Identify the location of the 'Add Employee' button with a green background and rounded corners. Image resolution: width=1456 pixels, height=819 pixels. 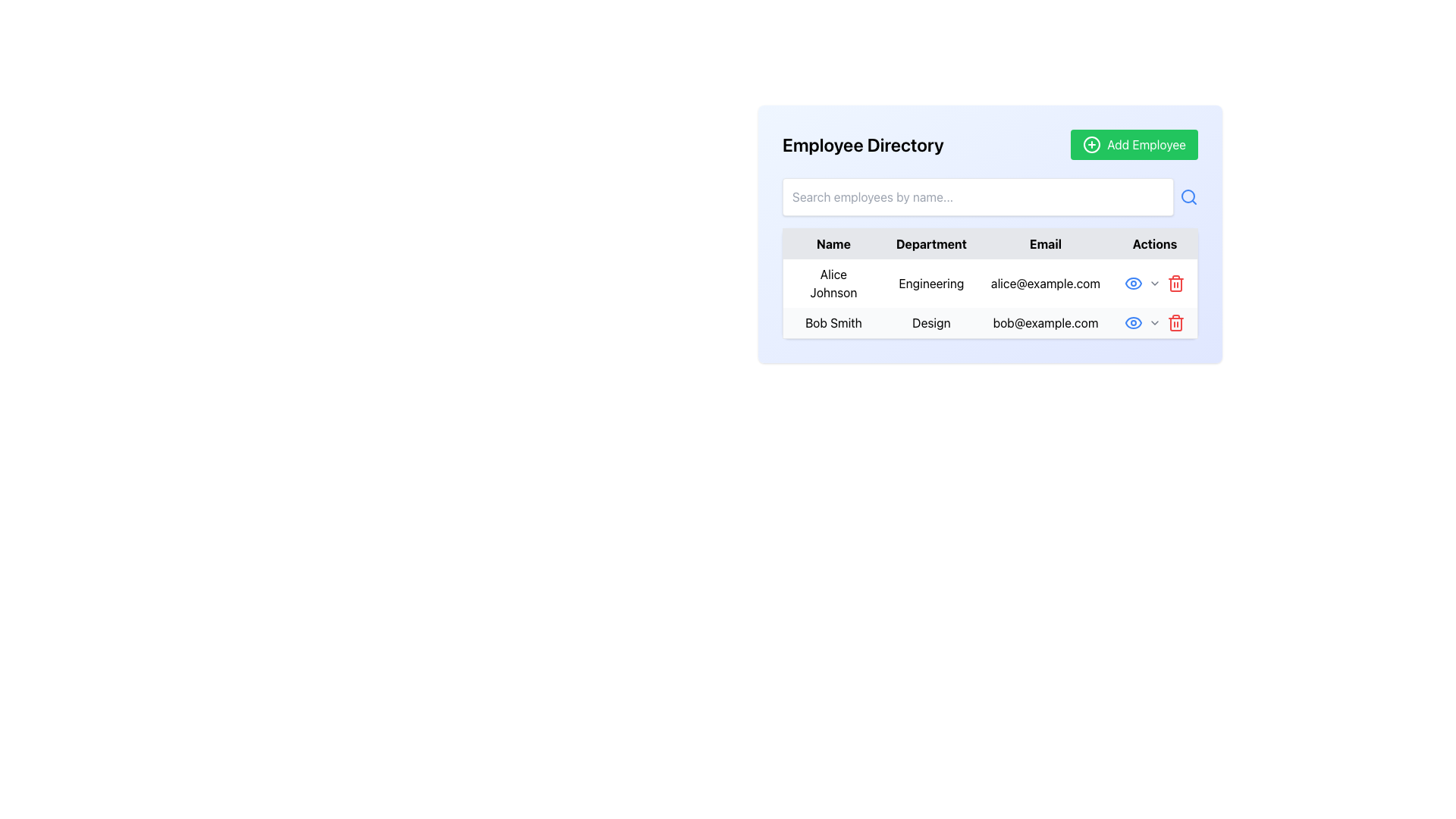
(1134, 145).